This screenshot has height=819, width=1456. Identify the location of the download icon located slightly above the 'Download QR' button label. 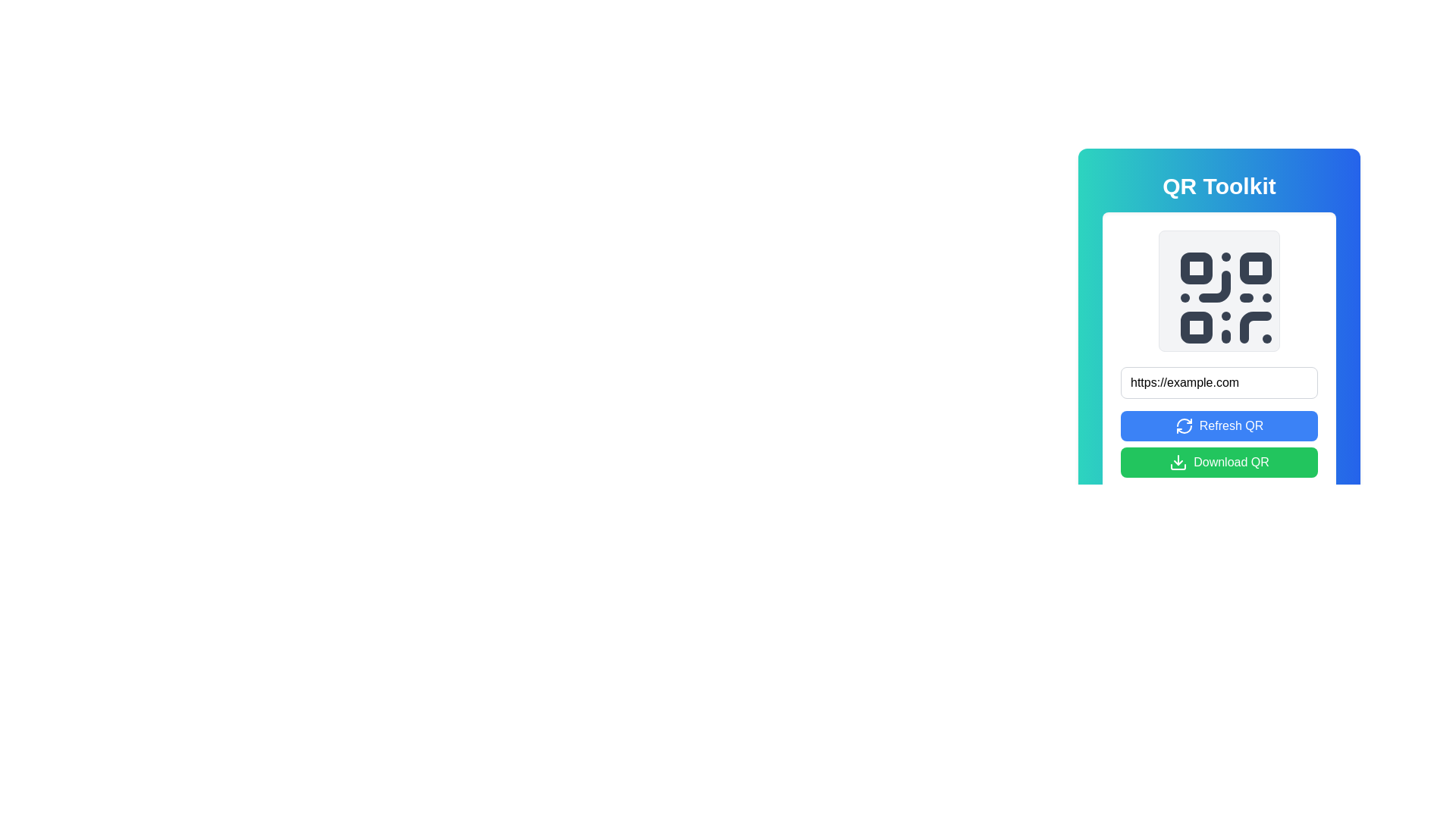
(1178, 466).